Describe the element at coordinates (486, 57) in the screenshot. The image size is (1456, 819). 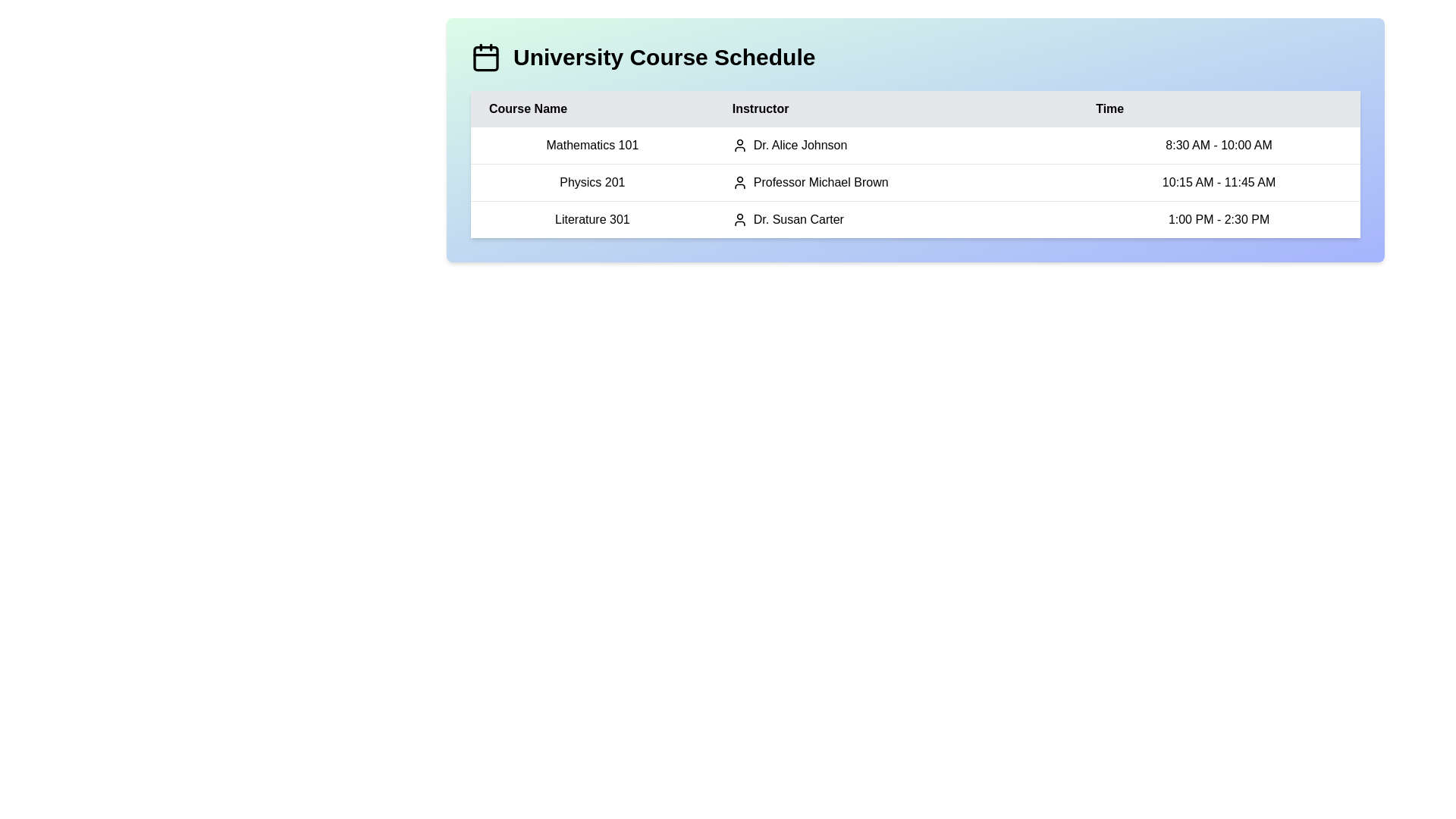
I see `the calendar icon located in the top-left corner of the header section, next to the 'University Course Schedule' title` at that location.